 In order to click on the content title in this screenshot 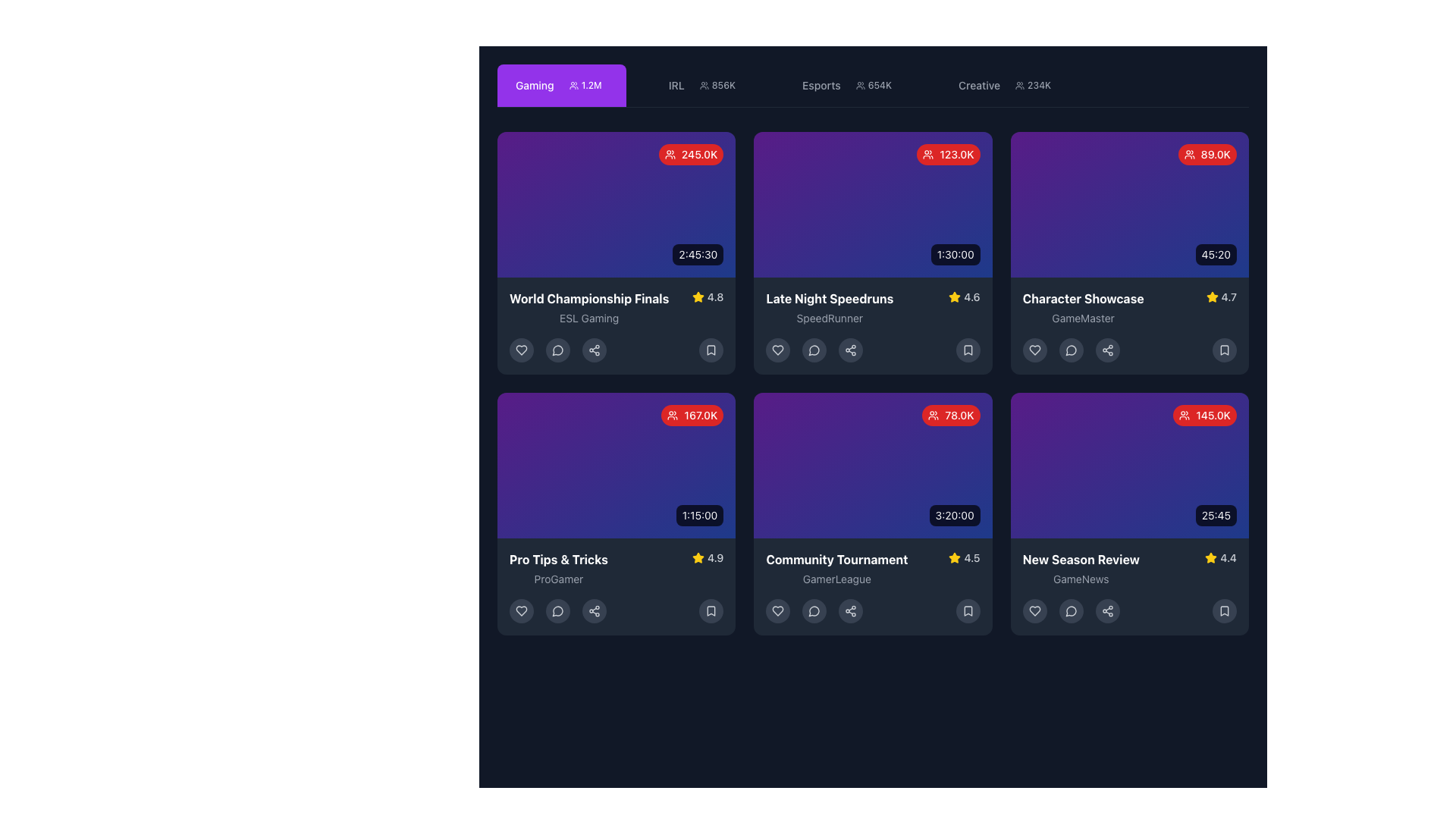, I will do `click(588, 298)`.